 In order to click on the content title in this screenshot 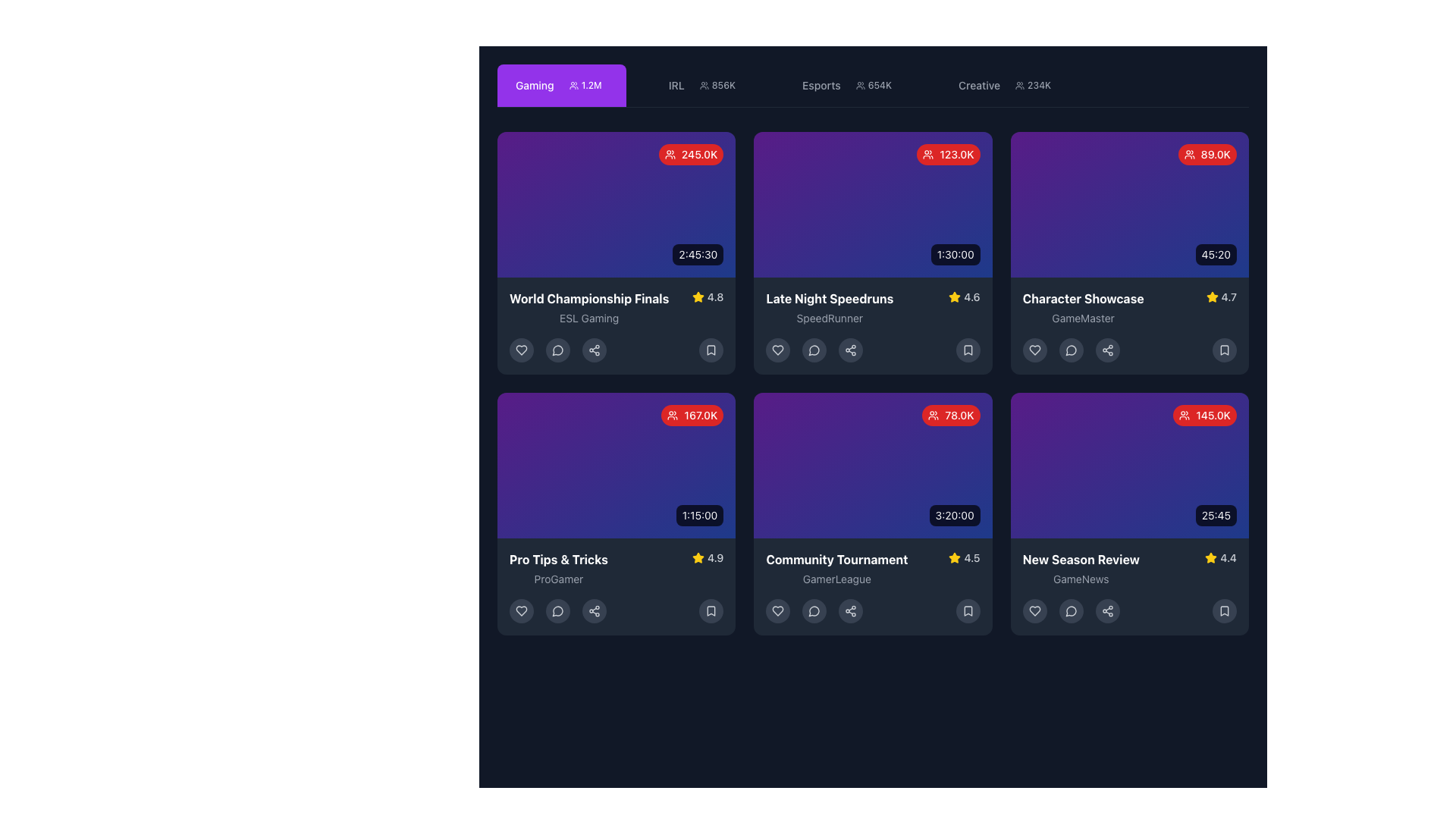, I will do `click(588, 298)`.